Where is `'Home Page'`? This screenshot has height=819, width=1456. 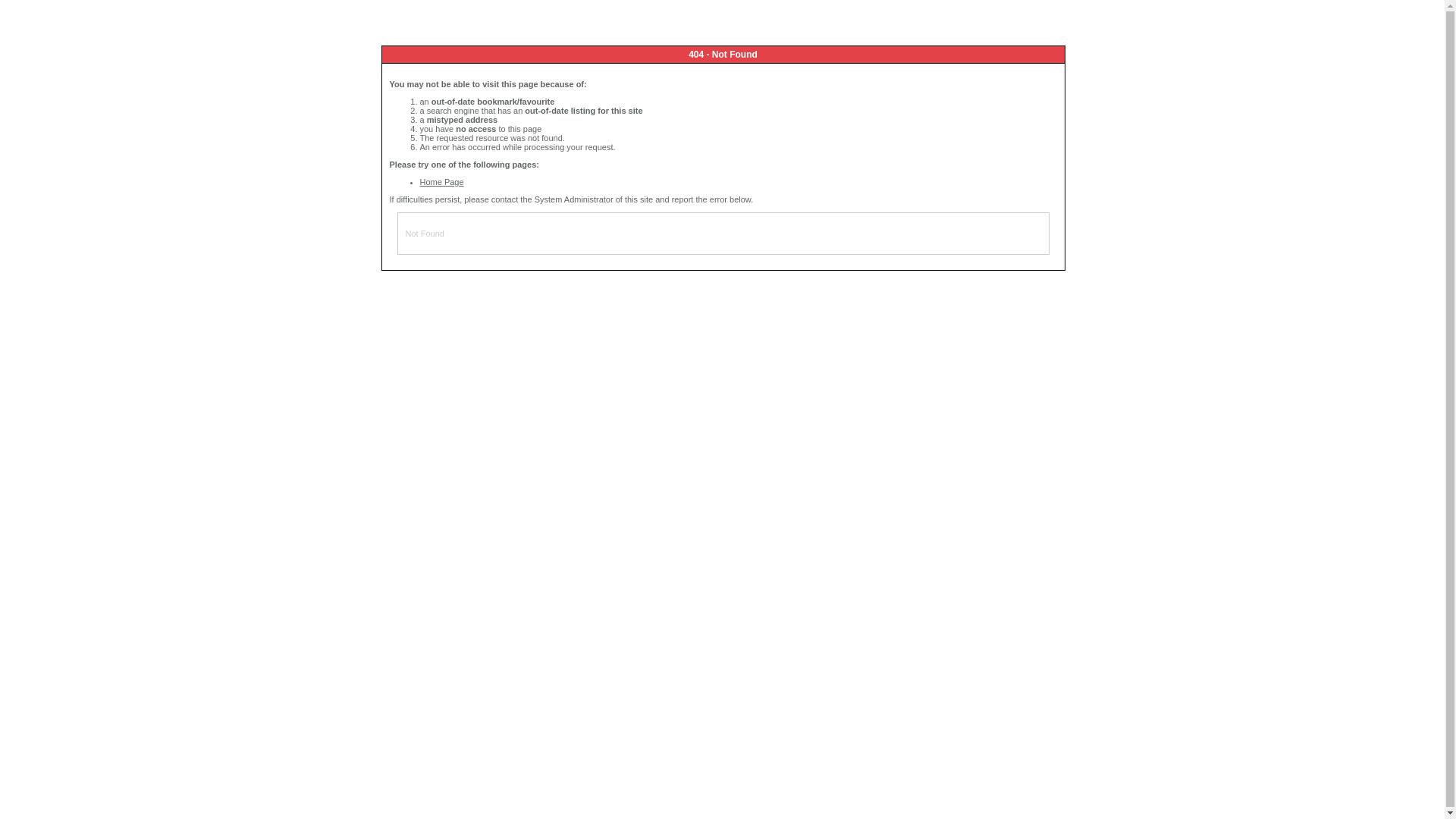 'Home Page' is located at coordinates (441, 180).